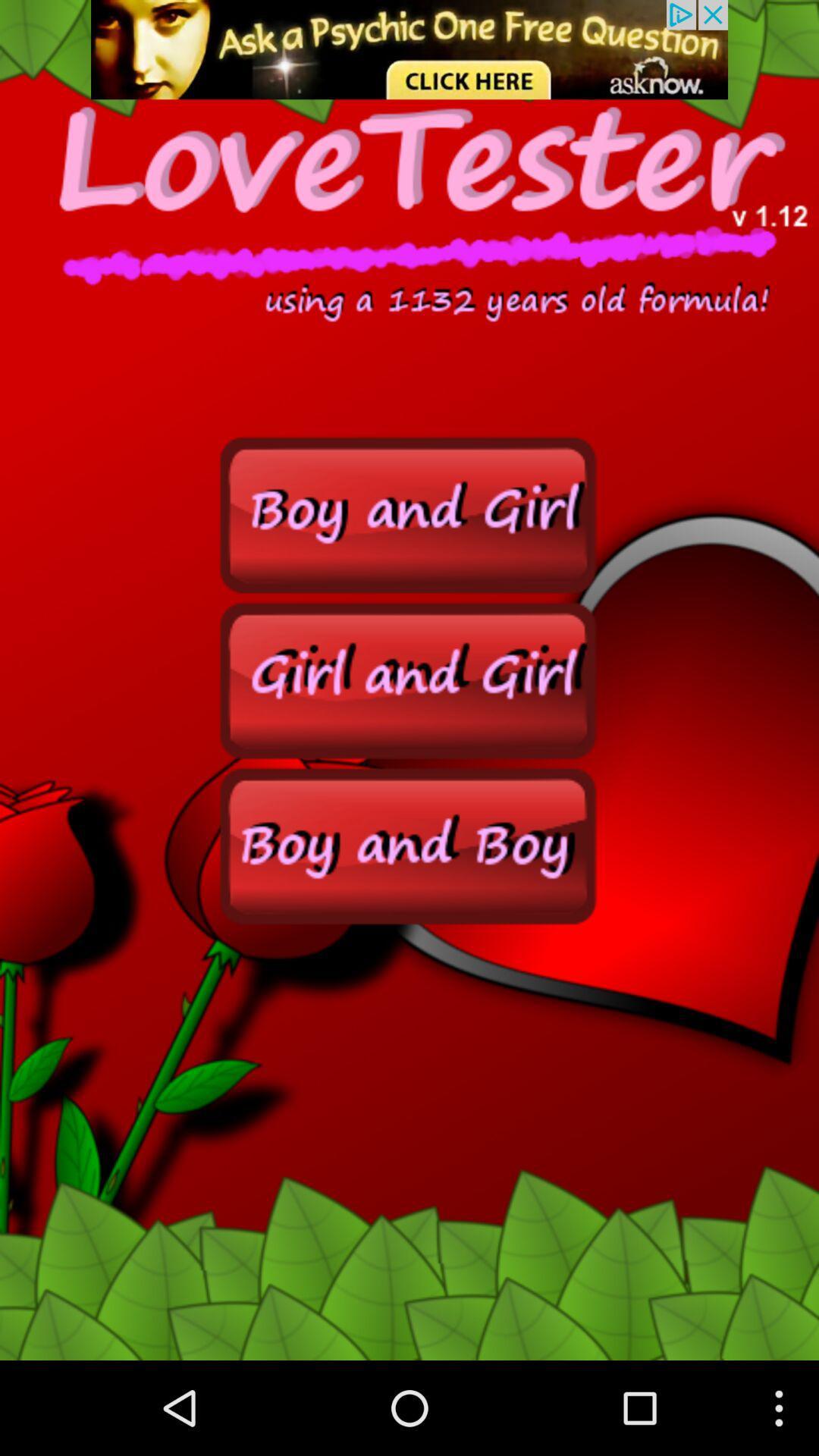 Image resolution: width=819 pixels, height=1456 pixels. What do you see at coordinates (409, 844) in the screenshot?
I see `test for male and female couple` at bounding box center [409, 844].